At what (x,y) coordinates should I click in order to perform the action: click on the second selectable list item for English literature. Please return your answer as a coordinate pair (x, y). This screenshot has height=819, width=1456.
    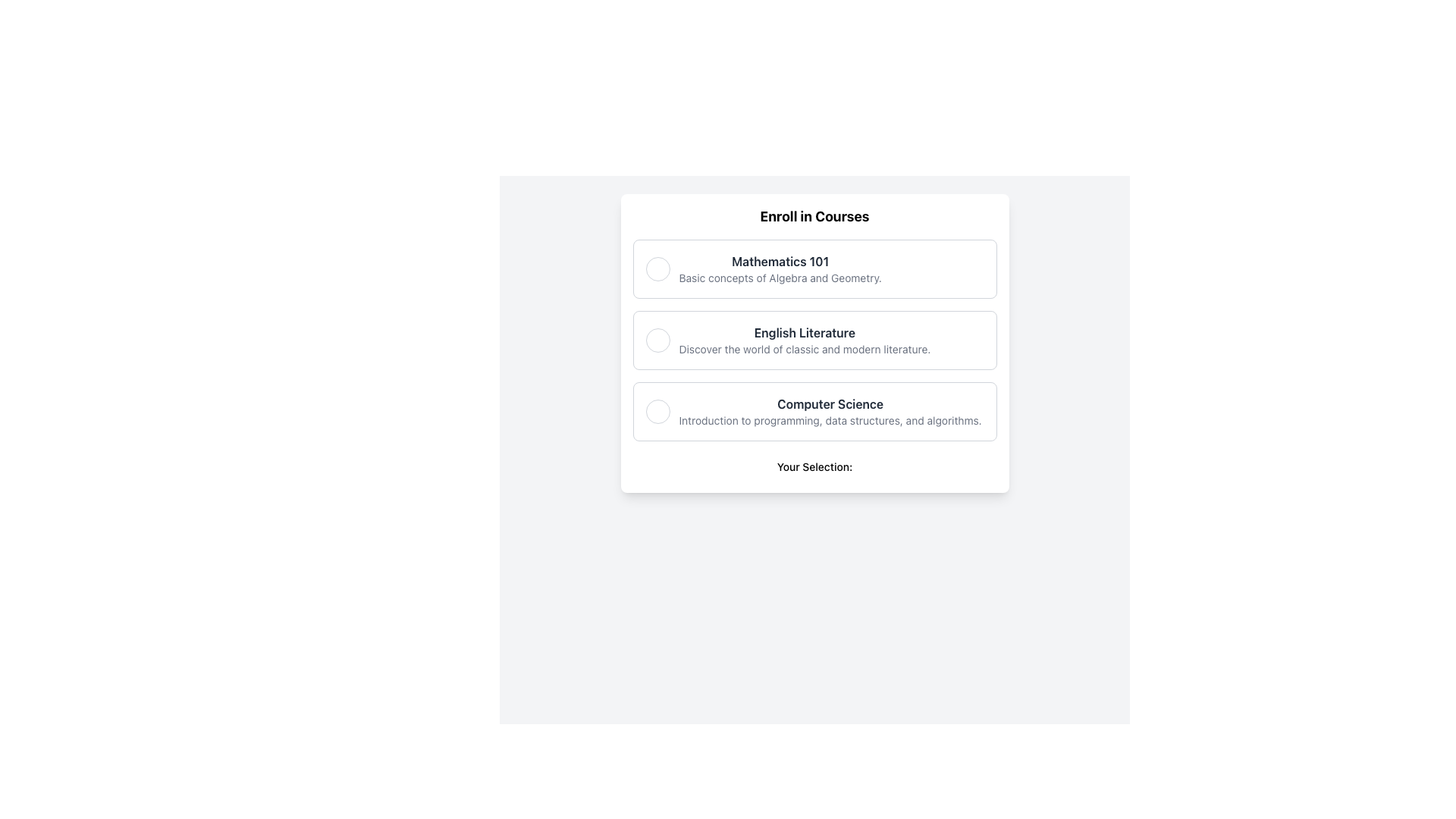
    Looking at the image, I should click on (804, 339).